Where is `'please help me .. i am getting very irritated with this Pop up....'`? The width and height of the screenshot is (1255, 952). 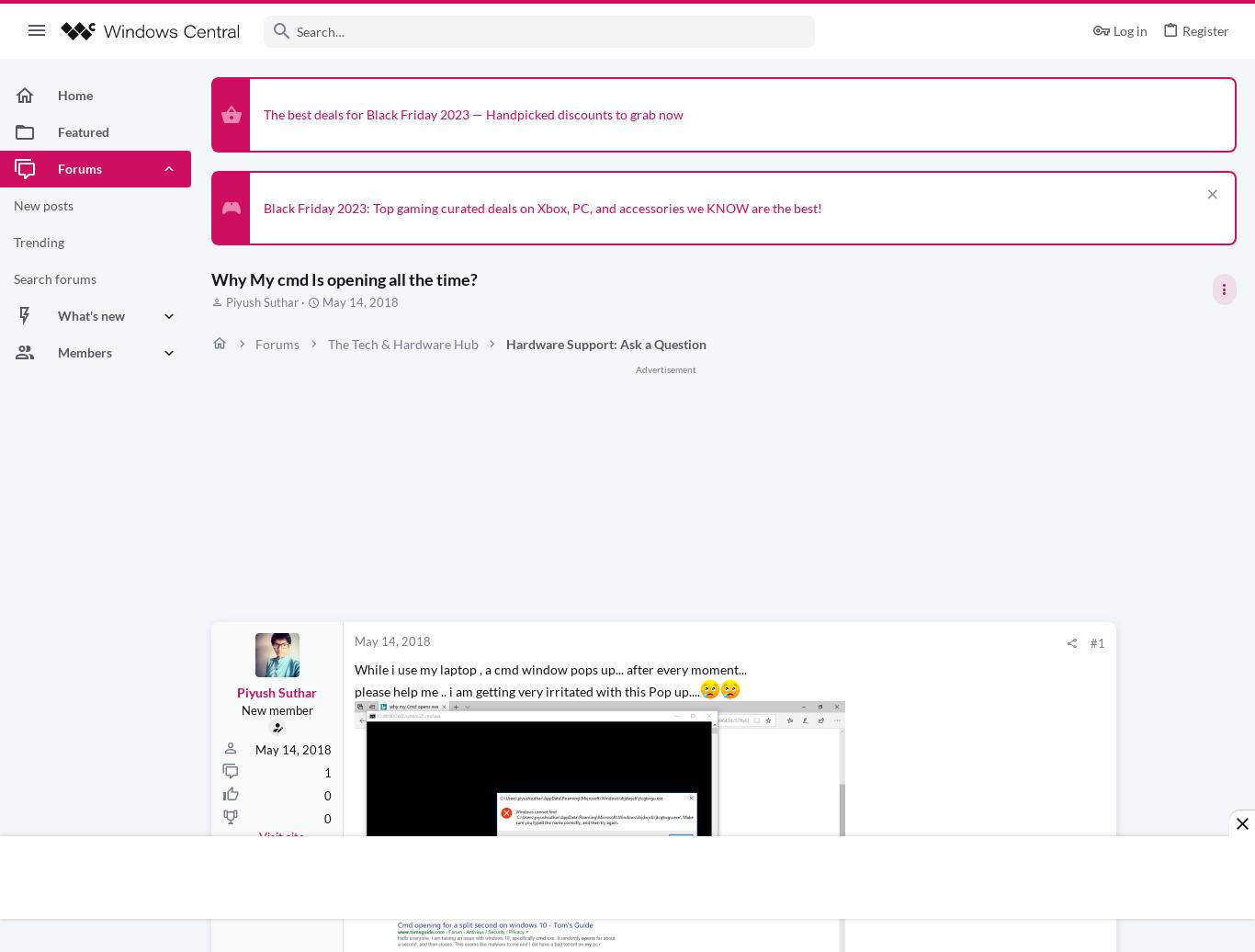
'please help me .. i am getting very irritated with this Pop up....' is located at coordinates (354, 690).